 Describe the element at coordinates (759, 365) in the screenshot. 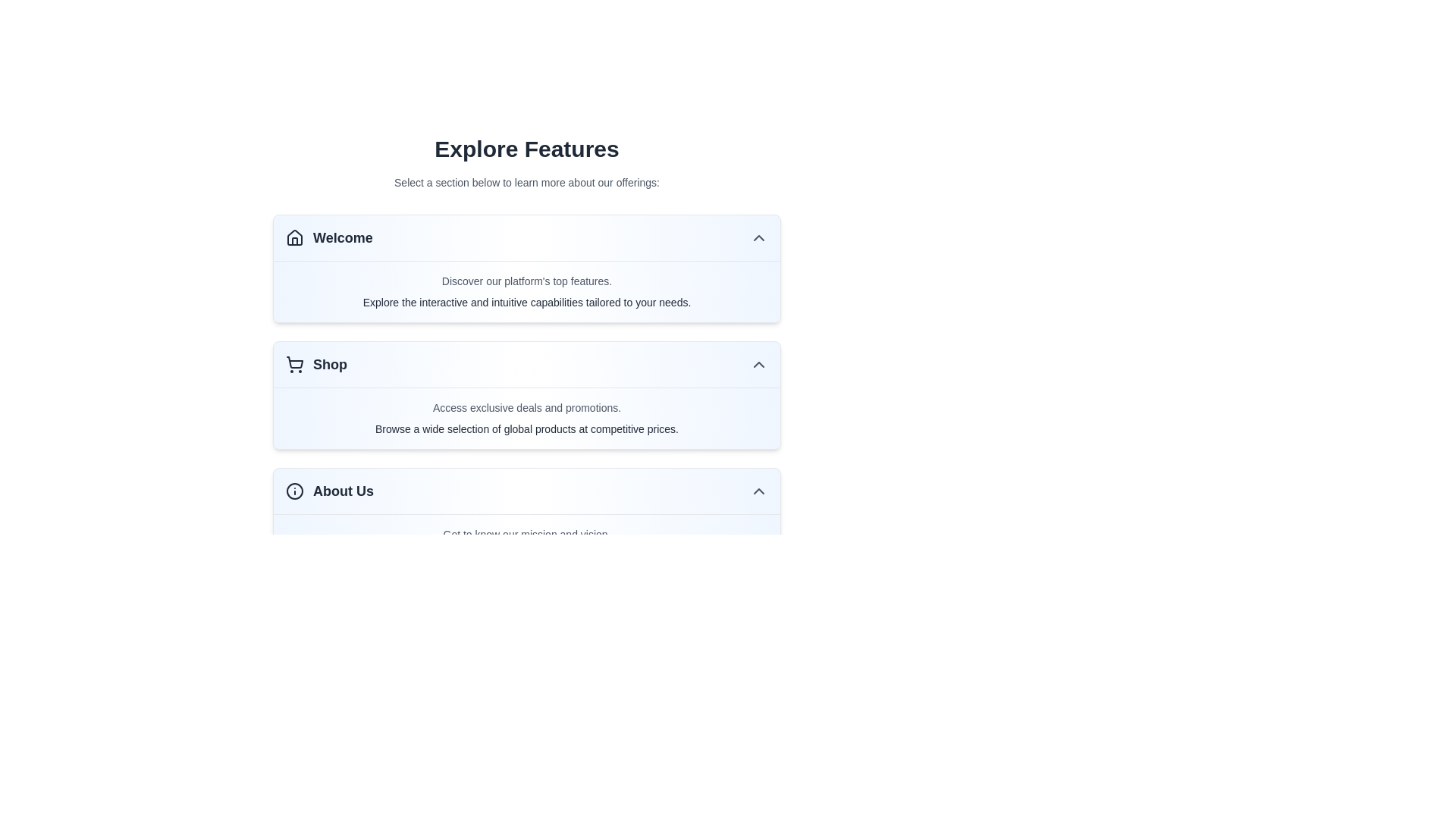

I see `the small upward-pointing chevron icon located at the rightmost edge of the 'Shop' section` at that location.